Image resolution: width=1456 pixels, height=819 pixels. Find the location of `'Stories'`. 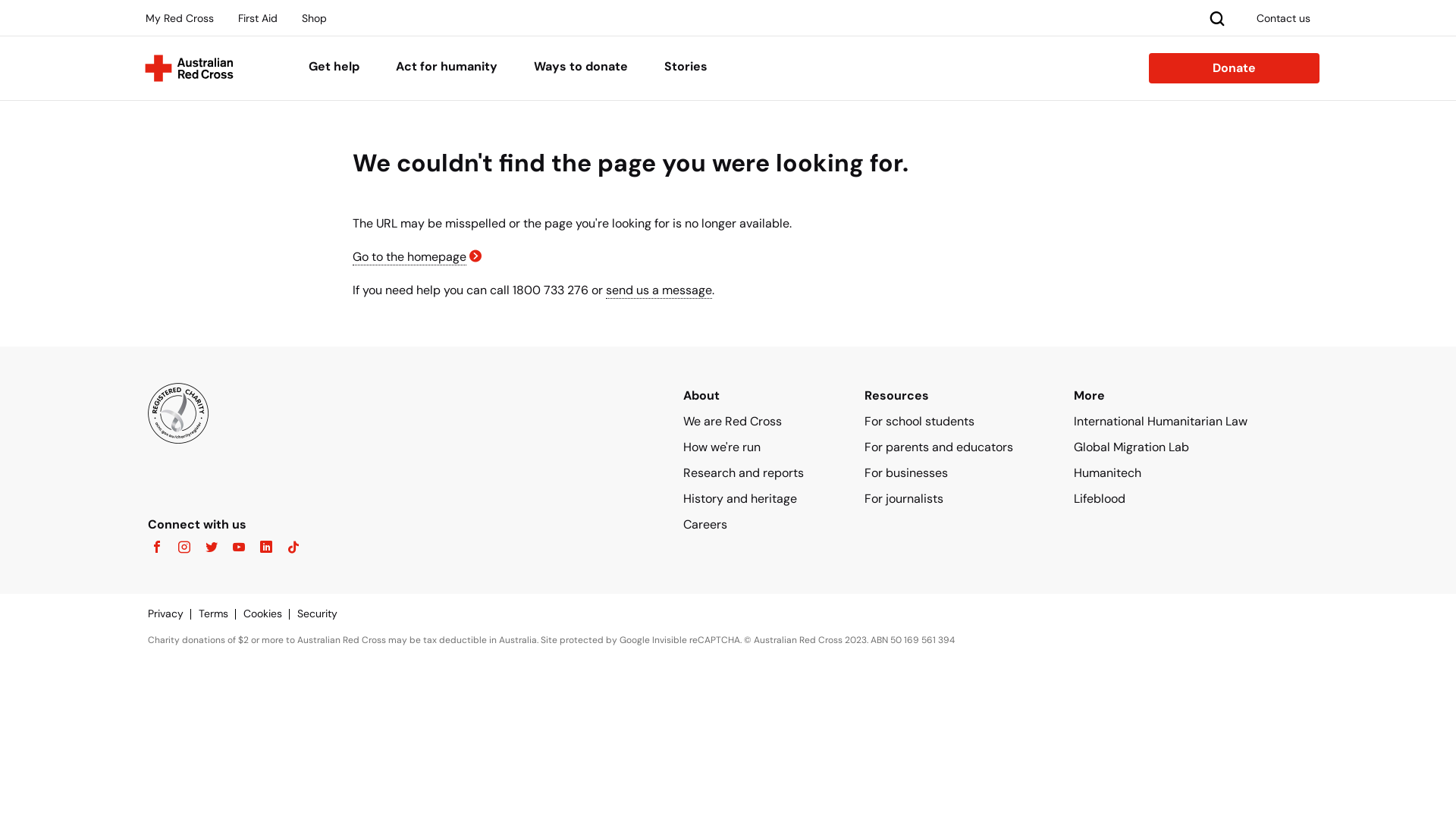

'Stories' is located at coordinates (685, 67).